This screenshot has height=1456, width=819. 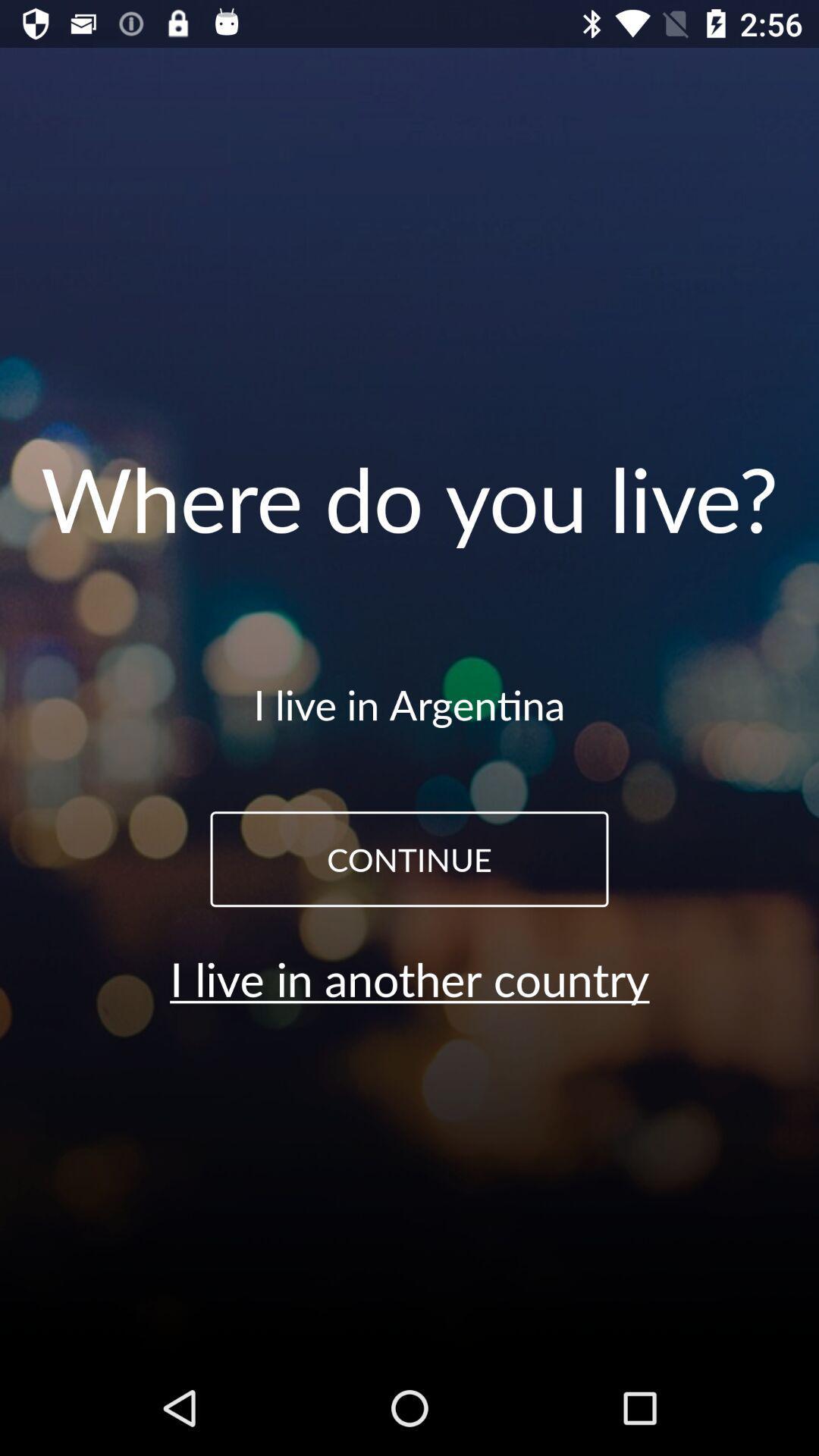 What do you see at coordinates (409, 859) in the screenshot?
I see `icon below the i live in` at bounding box center [409, 859].